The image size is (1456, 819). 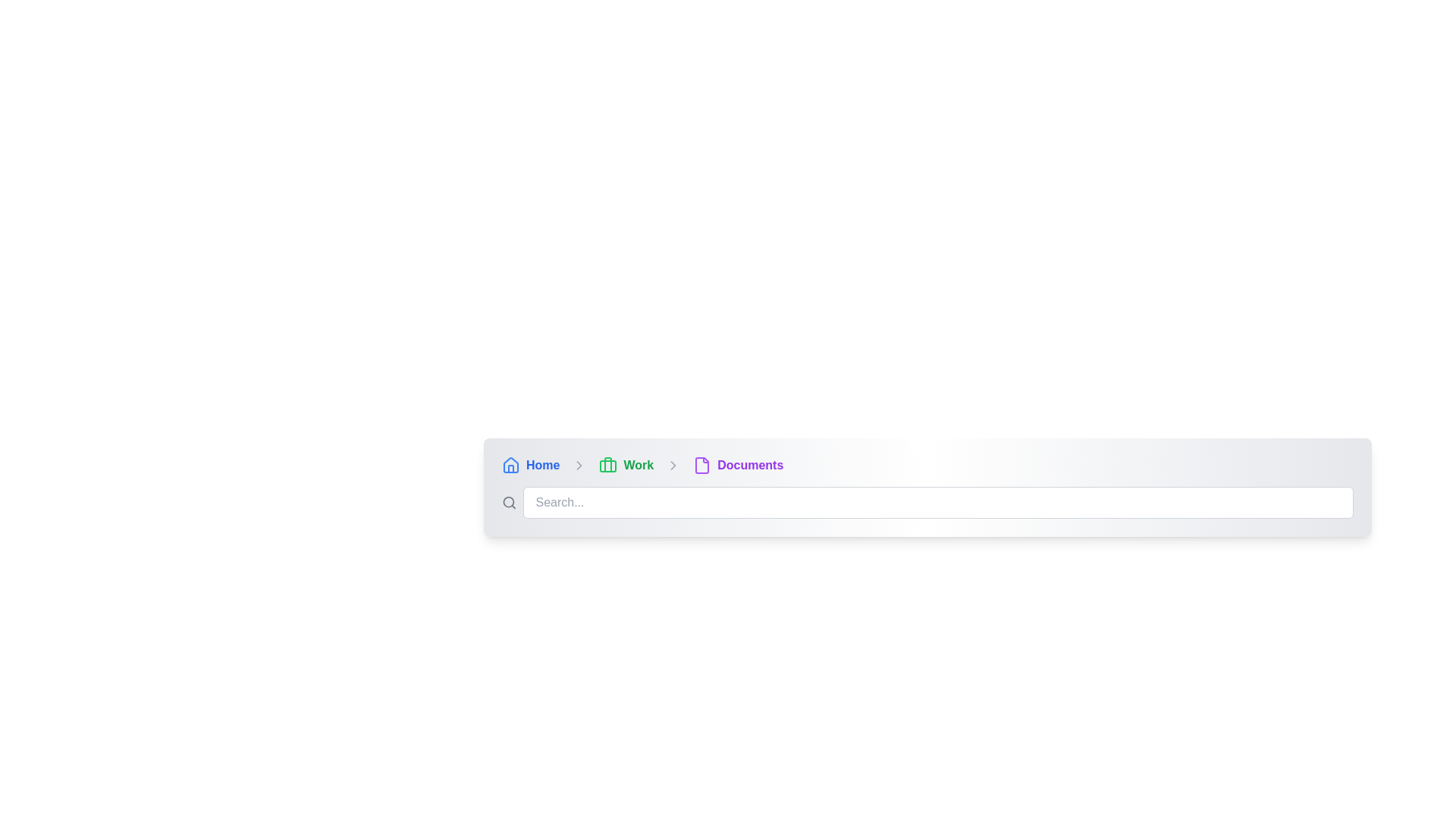 What do you see at coordinates (510, 464) in the screenshot?
I see `the home icon located on the far left of the breadcrumb navigation bar` at bounding box center [510, 464].